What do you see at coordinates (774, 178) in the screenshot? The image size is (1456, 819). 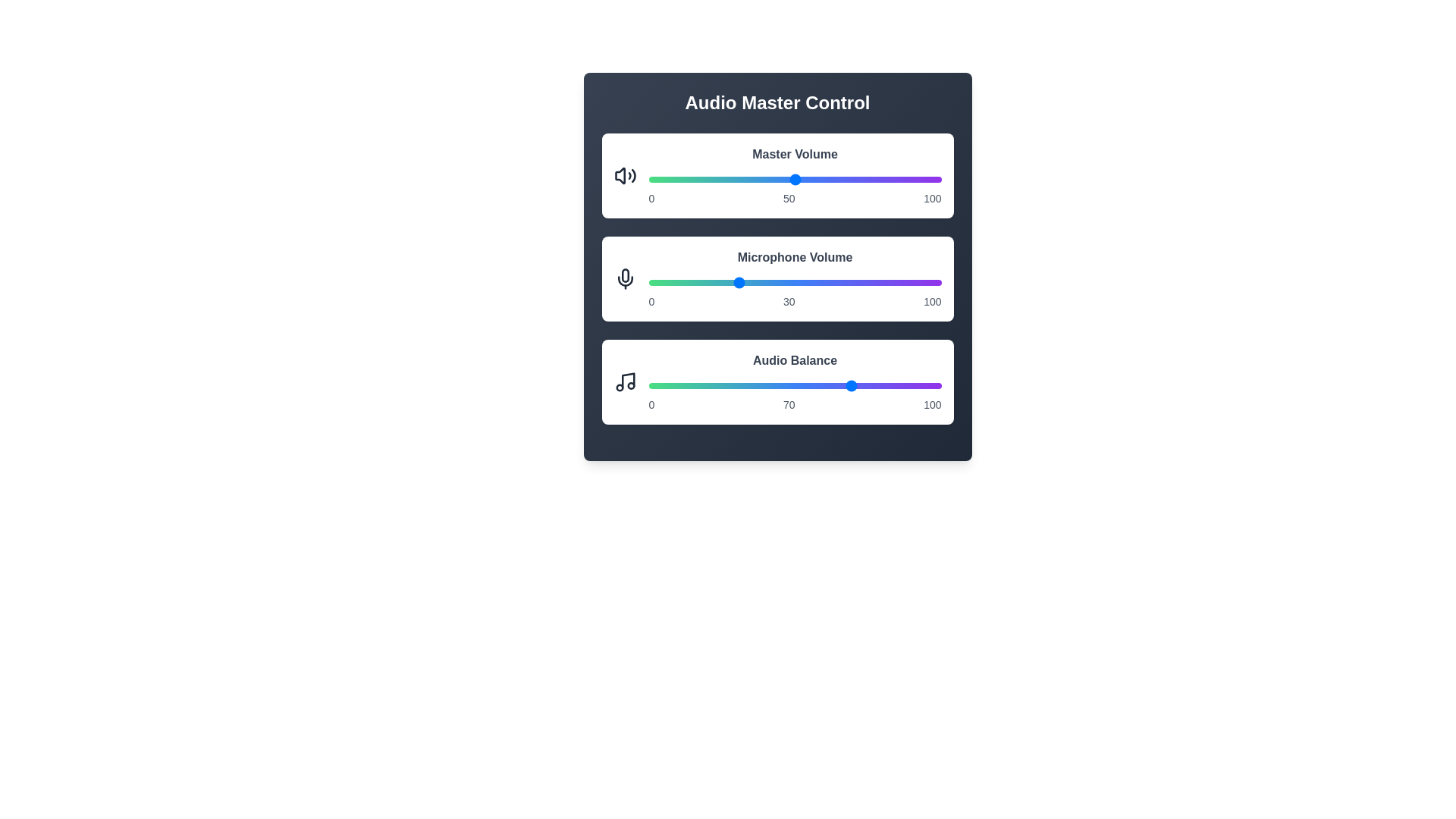 I see `the Master Volume slider to 43%` at bounding box center [774, 178].